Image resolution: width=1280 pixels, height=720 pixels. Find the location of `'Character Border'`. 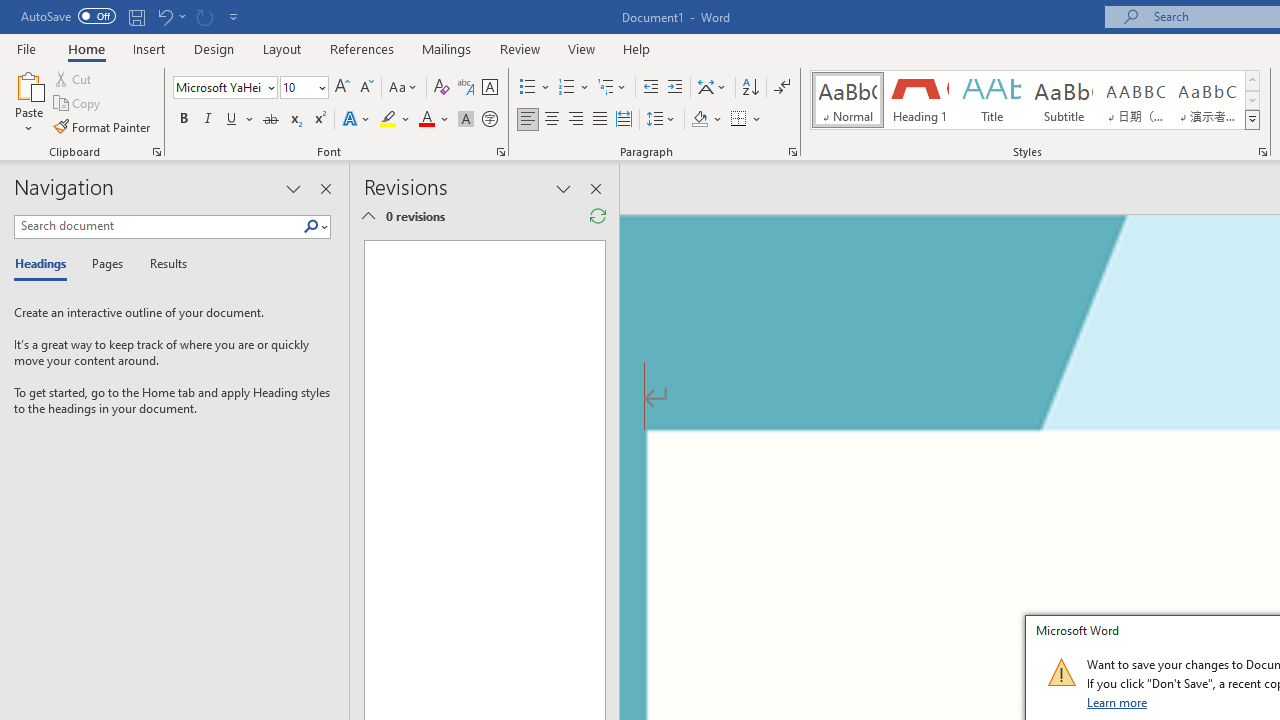

'Character Border' is located at coordinates (489, 86).